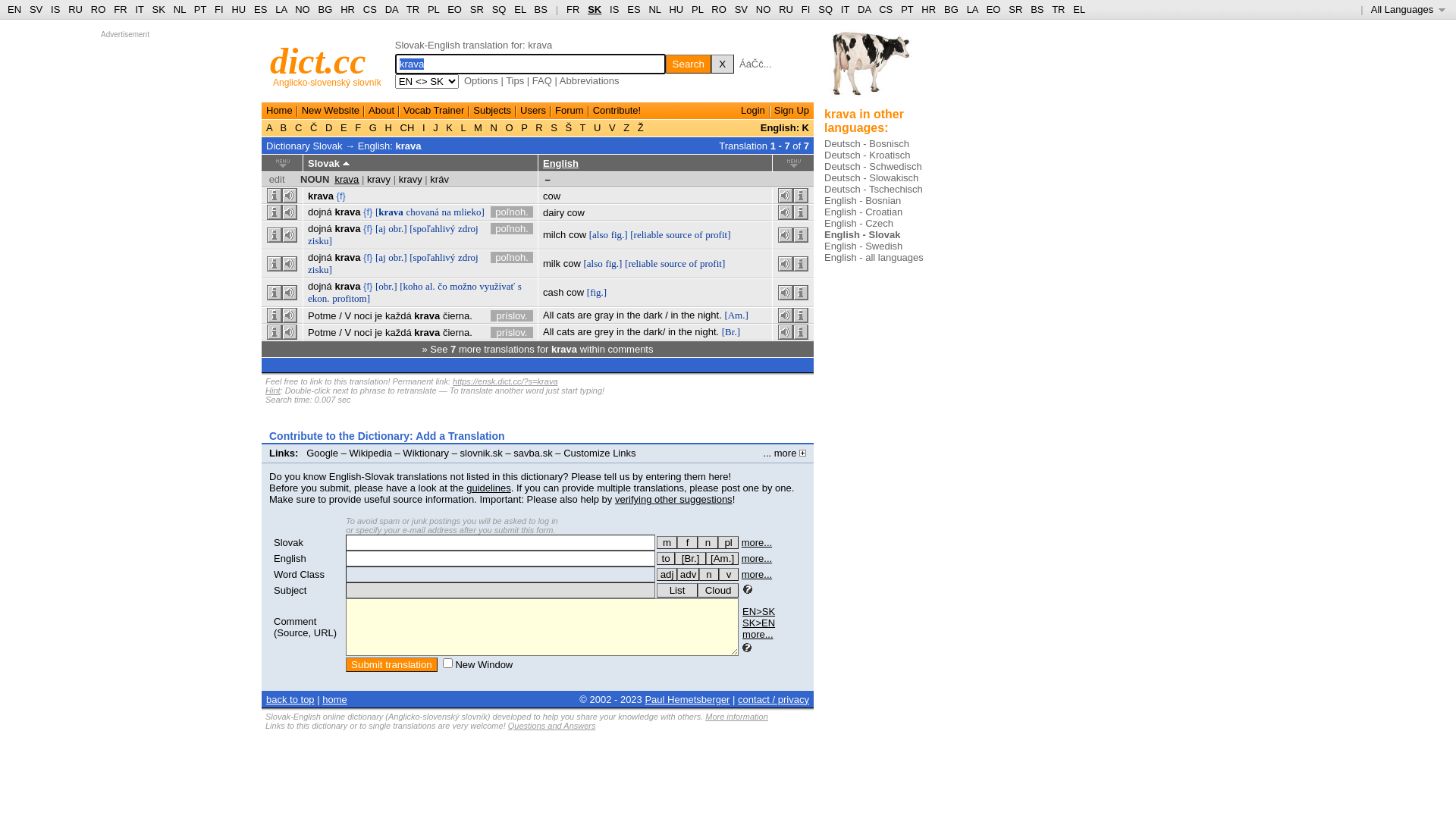 This screenshot has height=819, width=1456. I want to click on 'Sign Up', so click(790, 109).